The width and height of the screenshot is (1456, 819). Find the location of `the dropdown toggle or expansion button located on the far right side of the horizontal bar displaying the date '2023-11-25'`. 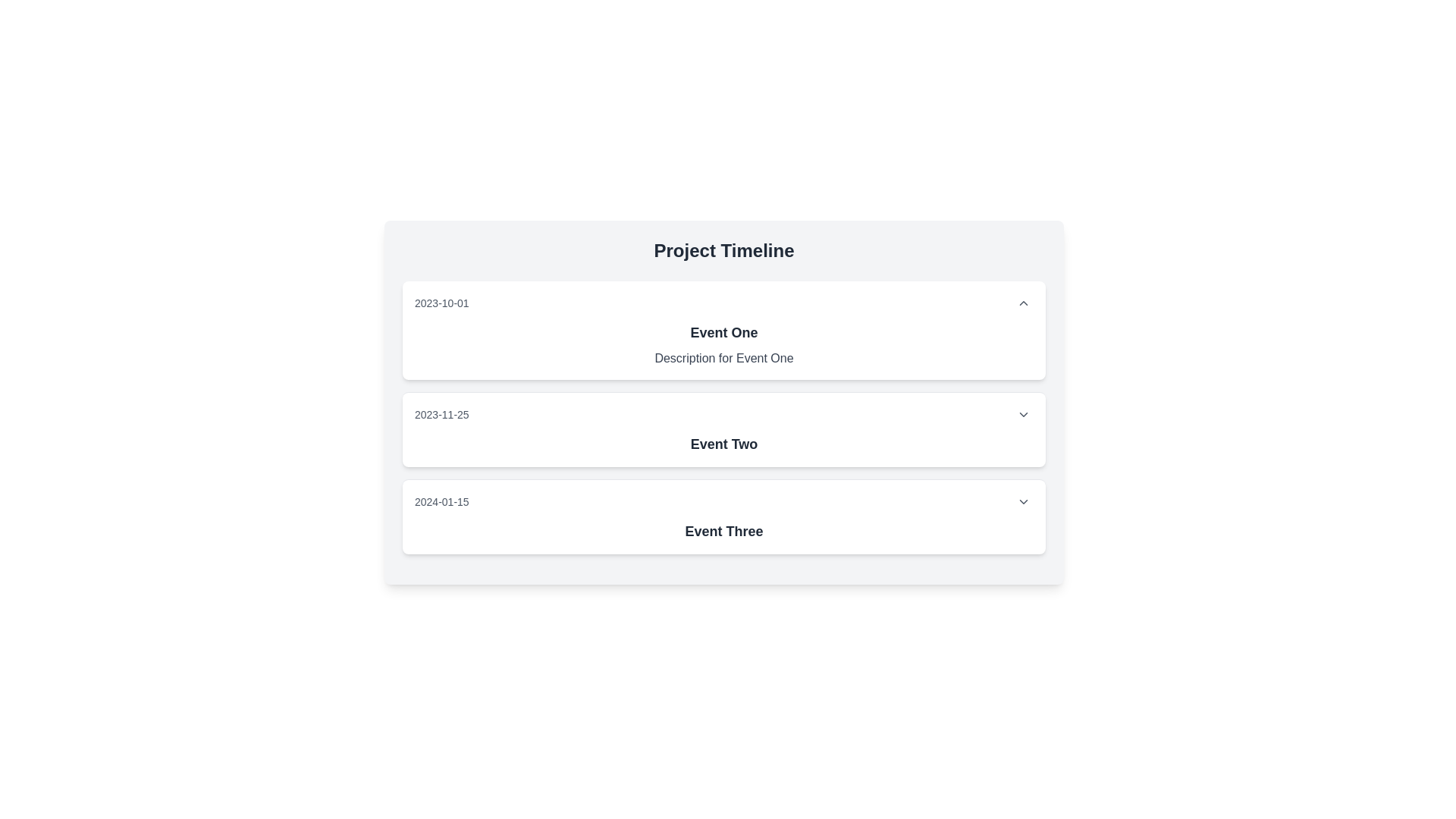

the dropdown toggle or expansion button located on the far right side of the horizontal bar displaying the date '2023-11-25' is located at coordinates (1023, 415).